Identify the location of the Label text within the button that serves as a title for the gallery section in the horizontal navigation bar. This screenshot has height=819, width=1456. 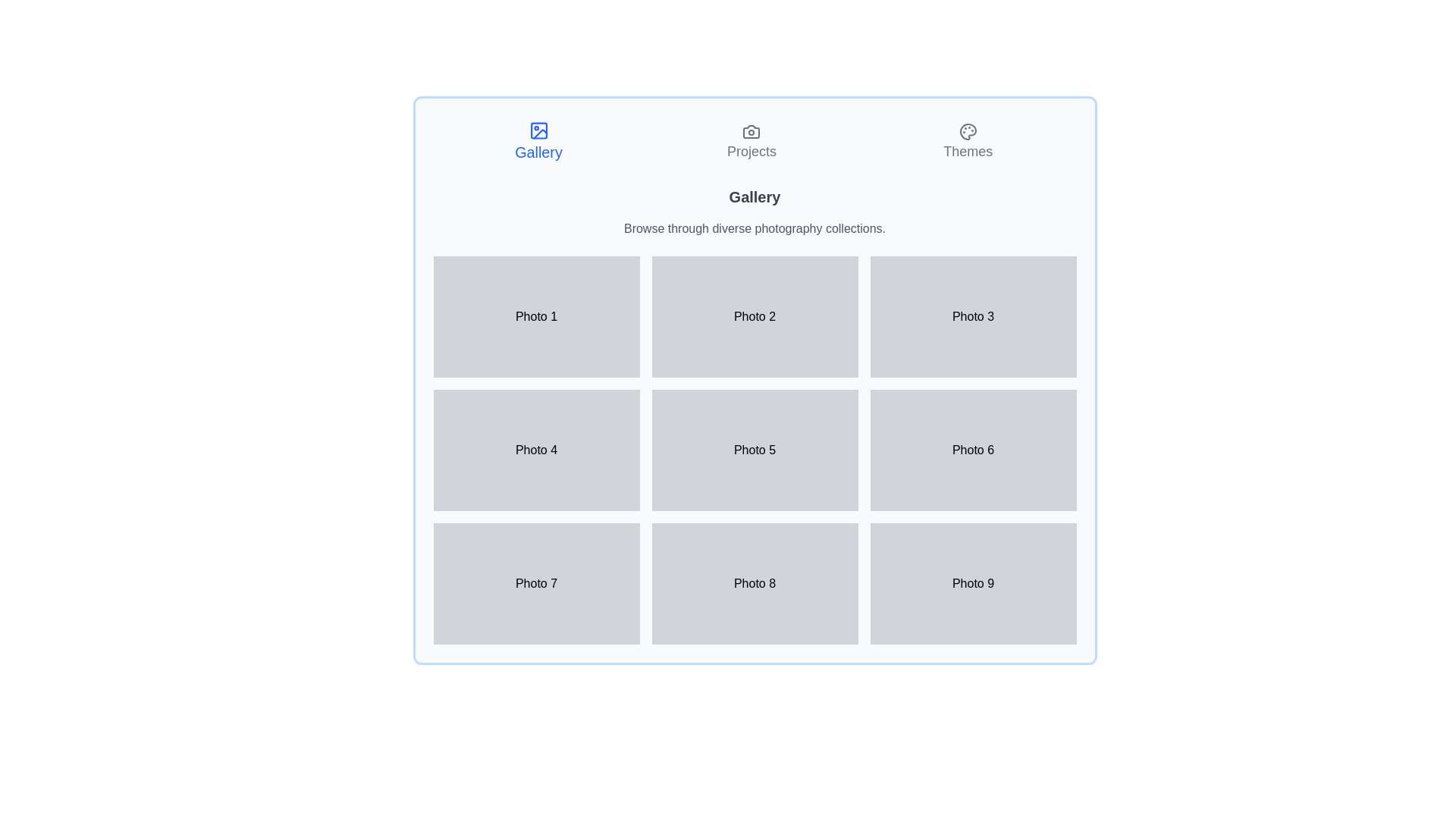
(538, 152).